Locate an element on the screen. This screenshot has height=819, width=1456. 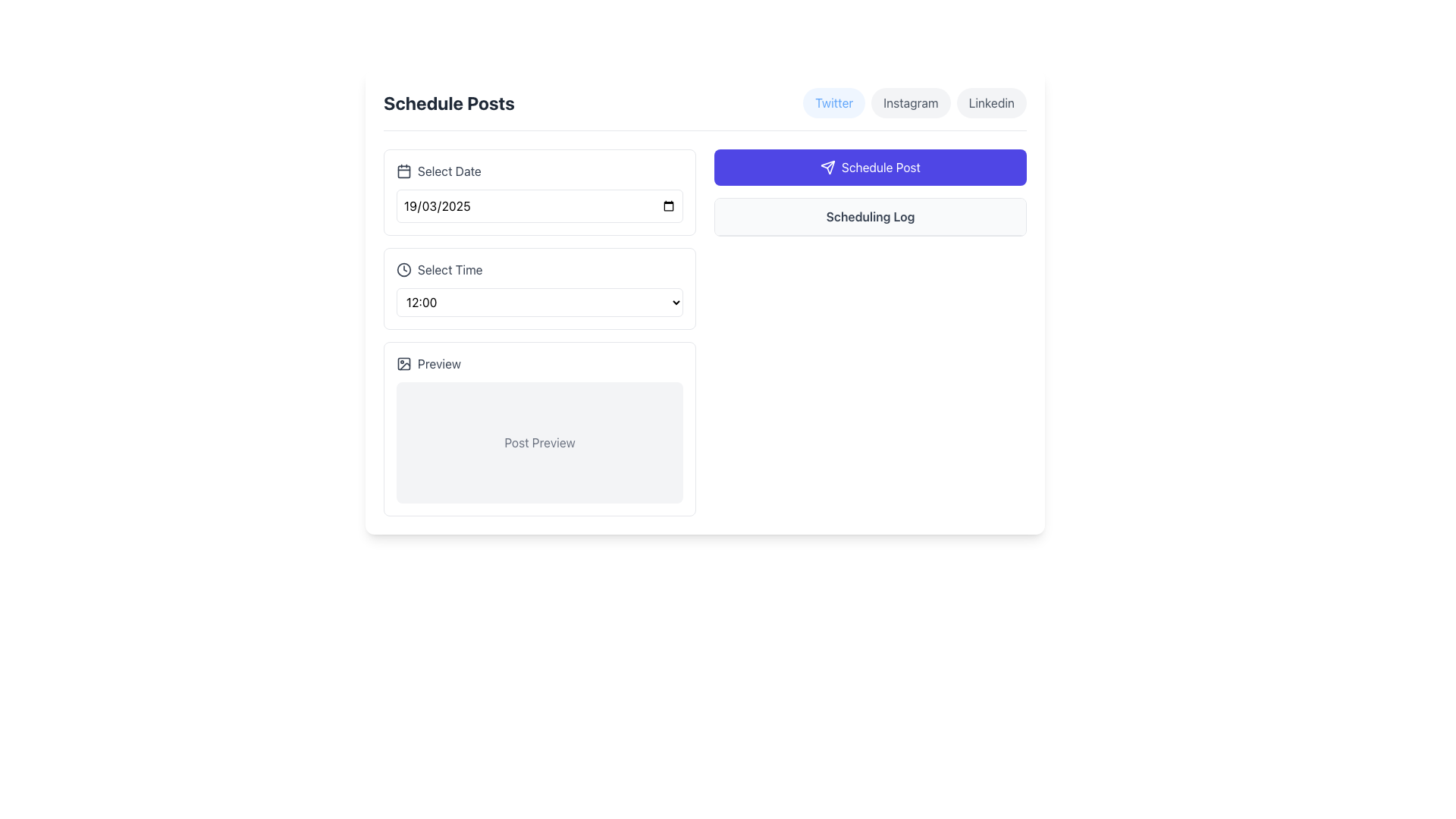
the static text header for the scheduling log, positioned below the 'Schedule Post' button and aligned horizontally with it is located at coordinates (870, 217).